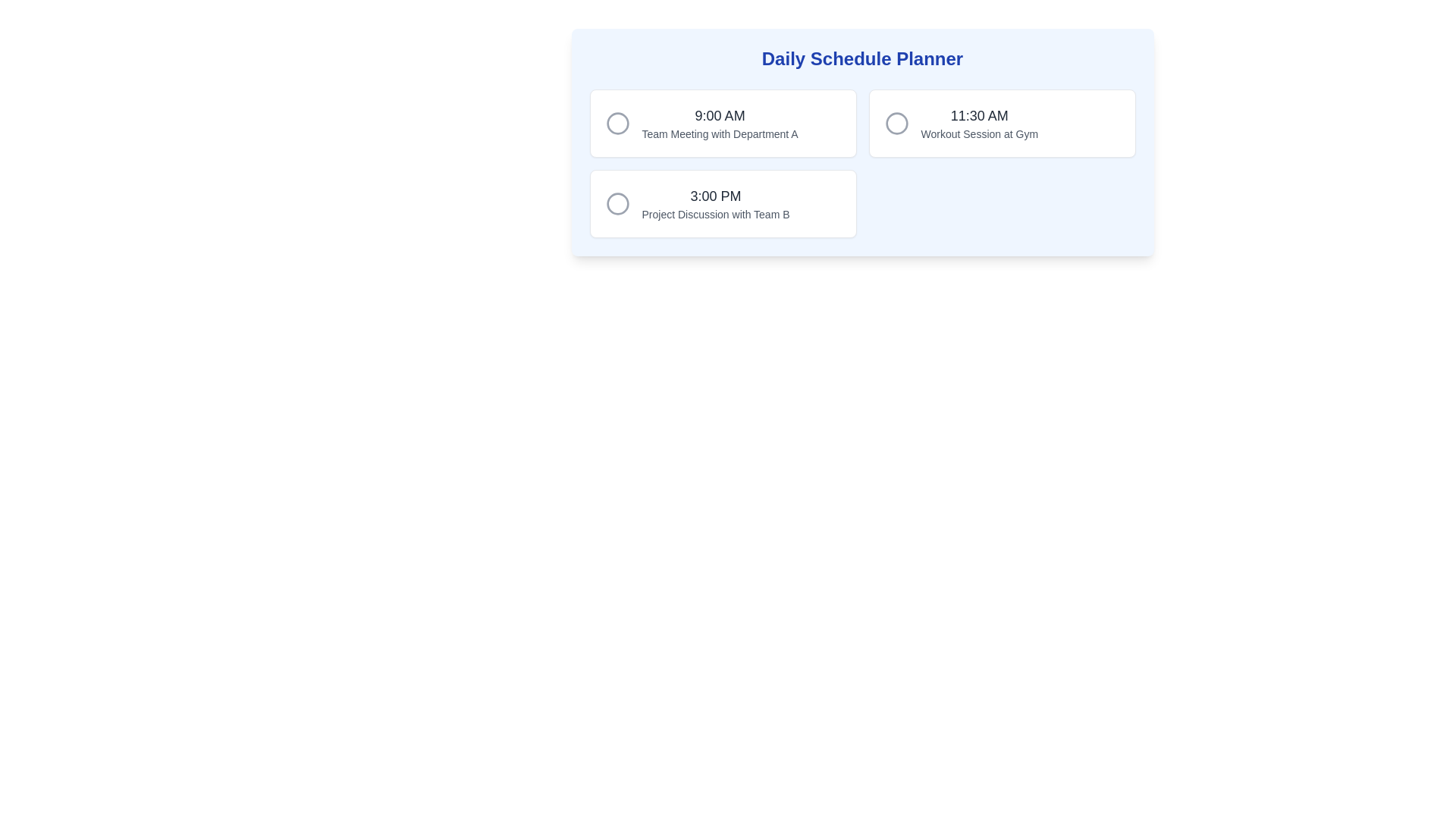  What do you see at coordinates (896, 122) in the screenshot?
I see `the SVG circle icon with a gray outline and empty interior located on the right side of the second row in the schedule pane` at bounding box center [896, 122].